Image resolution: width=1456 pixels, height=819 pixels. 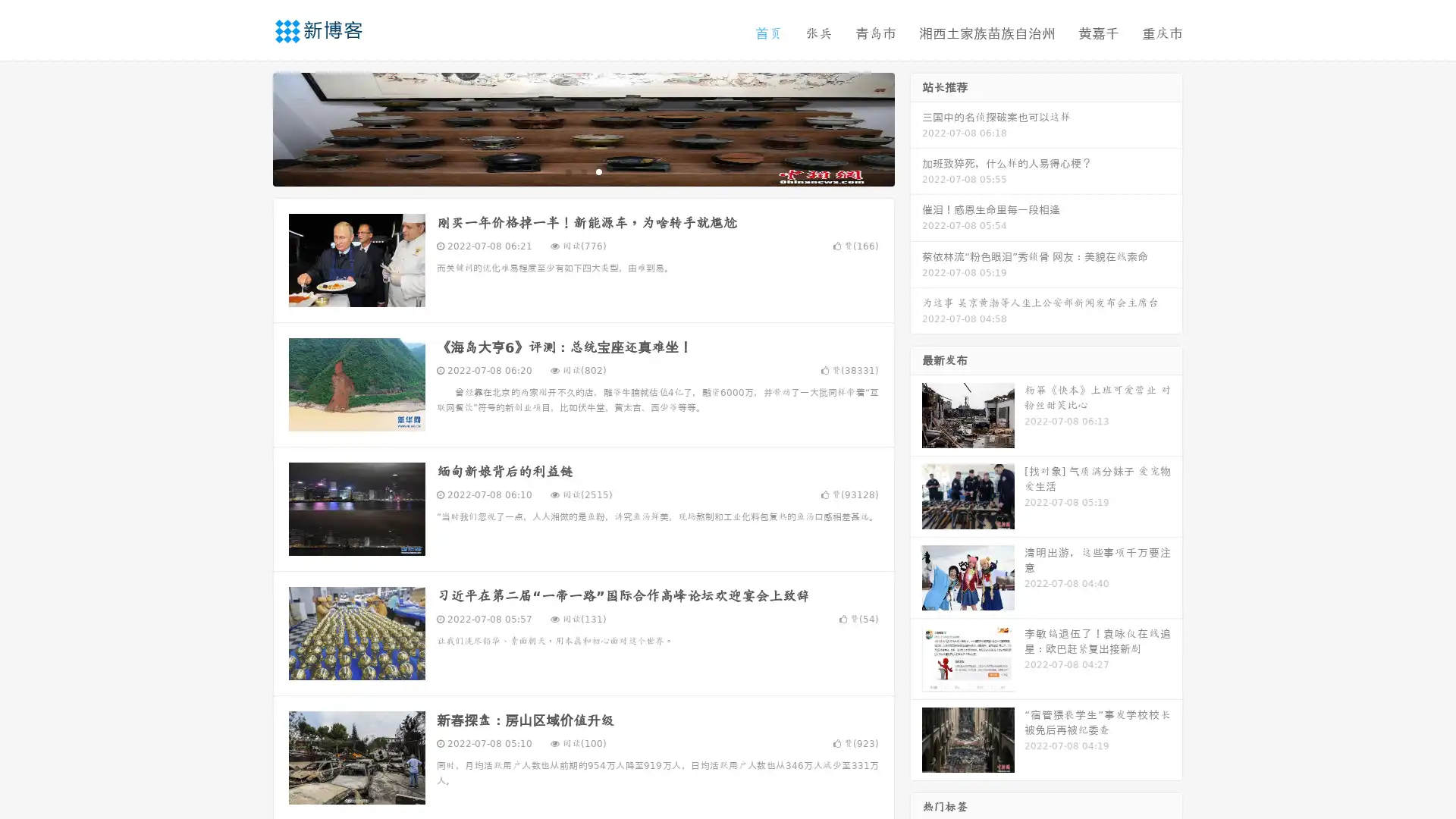 What do you see at coordinates (250, 127) in the screenshot?
I see `Previous slide` at bounding box center [250, 127].